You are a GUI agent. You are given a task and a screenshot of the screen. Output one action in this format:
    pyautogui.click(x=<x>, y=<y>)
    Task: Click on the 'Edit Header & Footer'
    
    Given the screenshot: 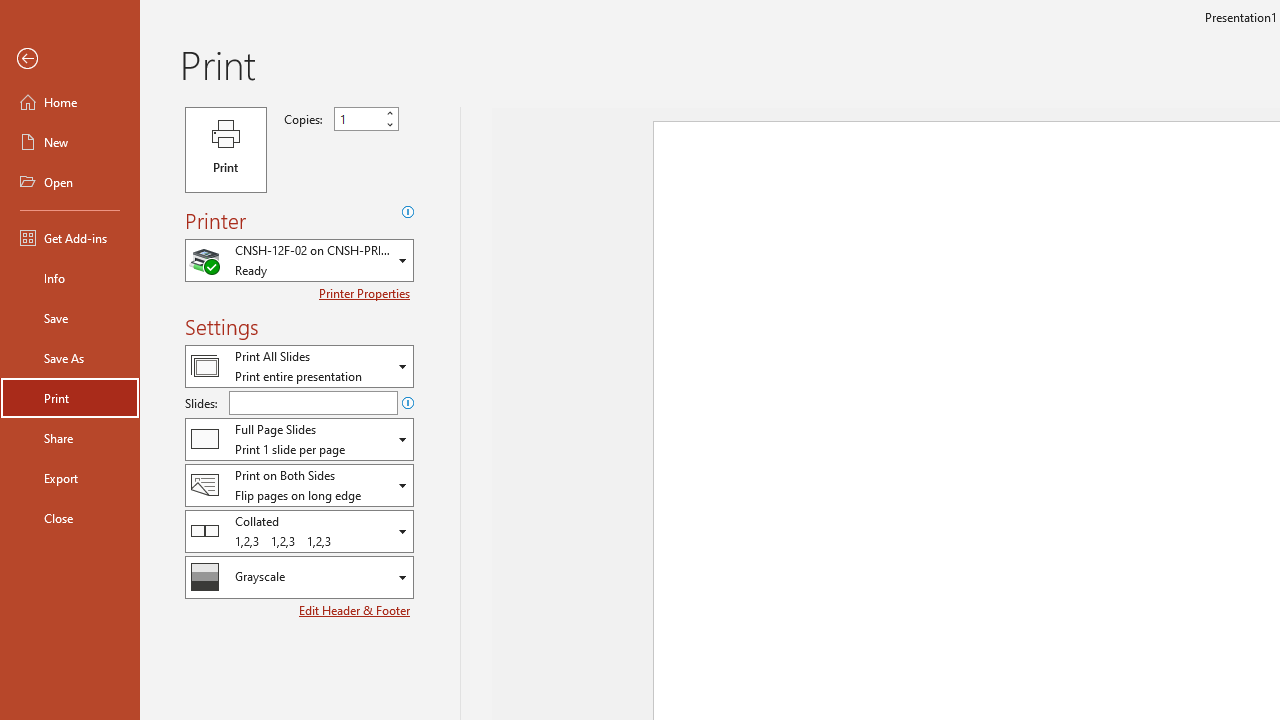 What is the action you would take?
    pyautogui.click(x=356, y=609)
    